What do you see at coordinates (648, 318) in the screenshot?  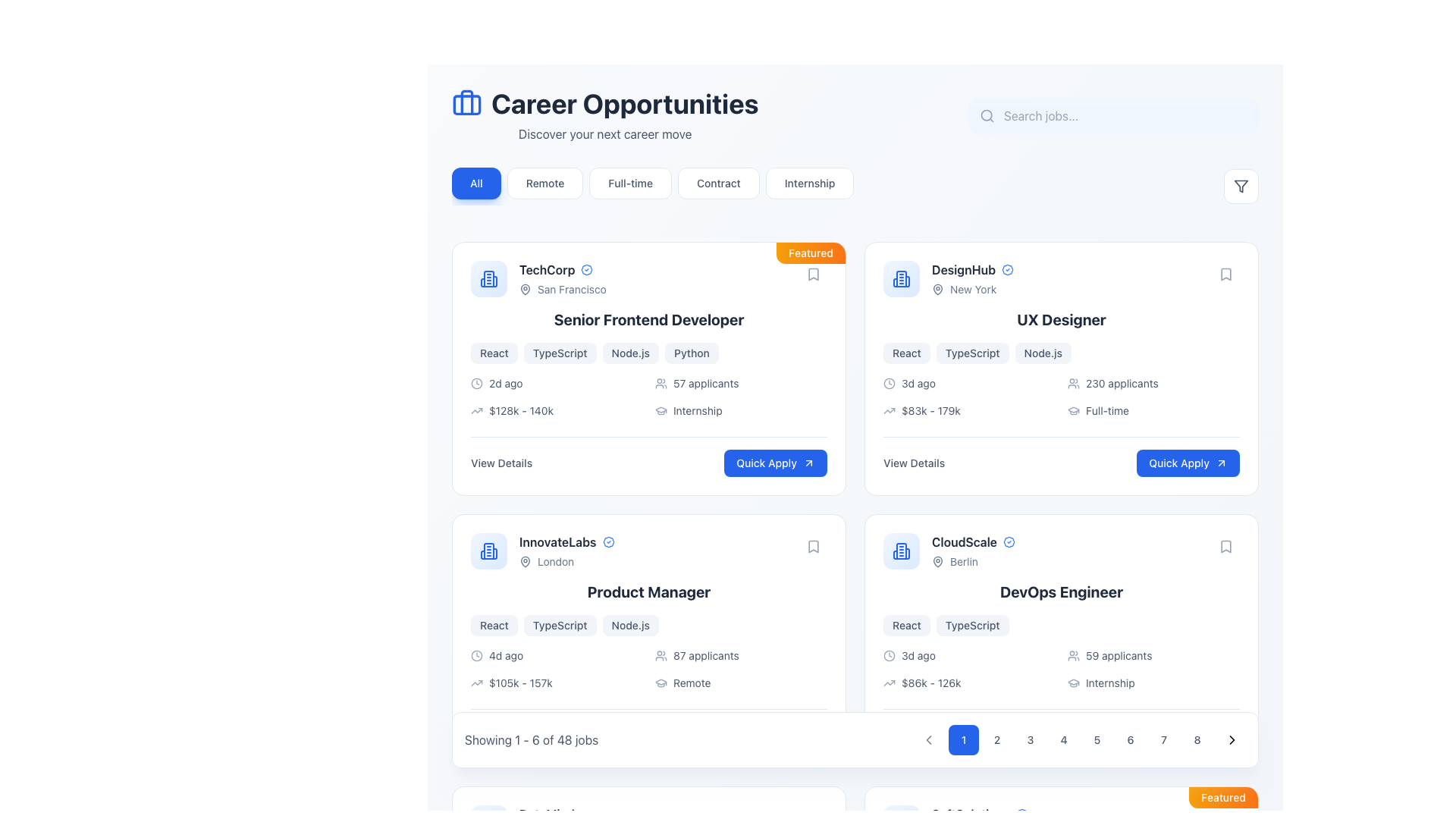 I see `the text label displaying the title 'Senior Frontend Developer', which is styled in a bold font and is the primary focus within the job listing card for 'TechCorp'` at bounding box center [648, 318].